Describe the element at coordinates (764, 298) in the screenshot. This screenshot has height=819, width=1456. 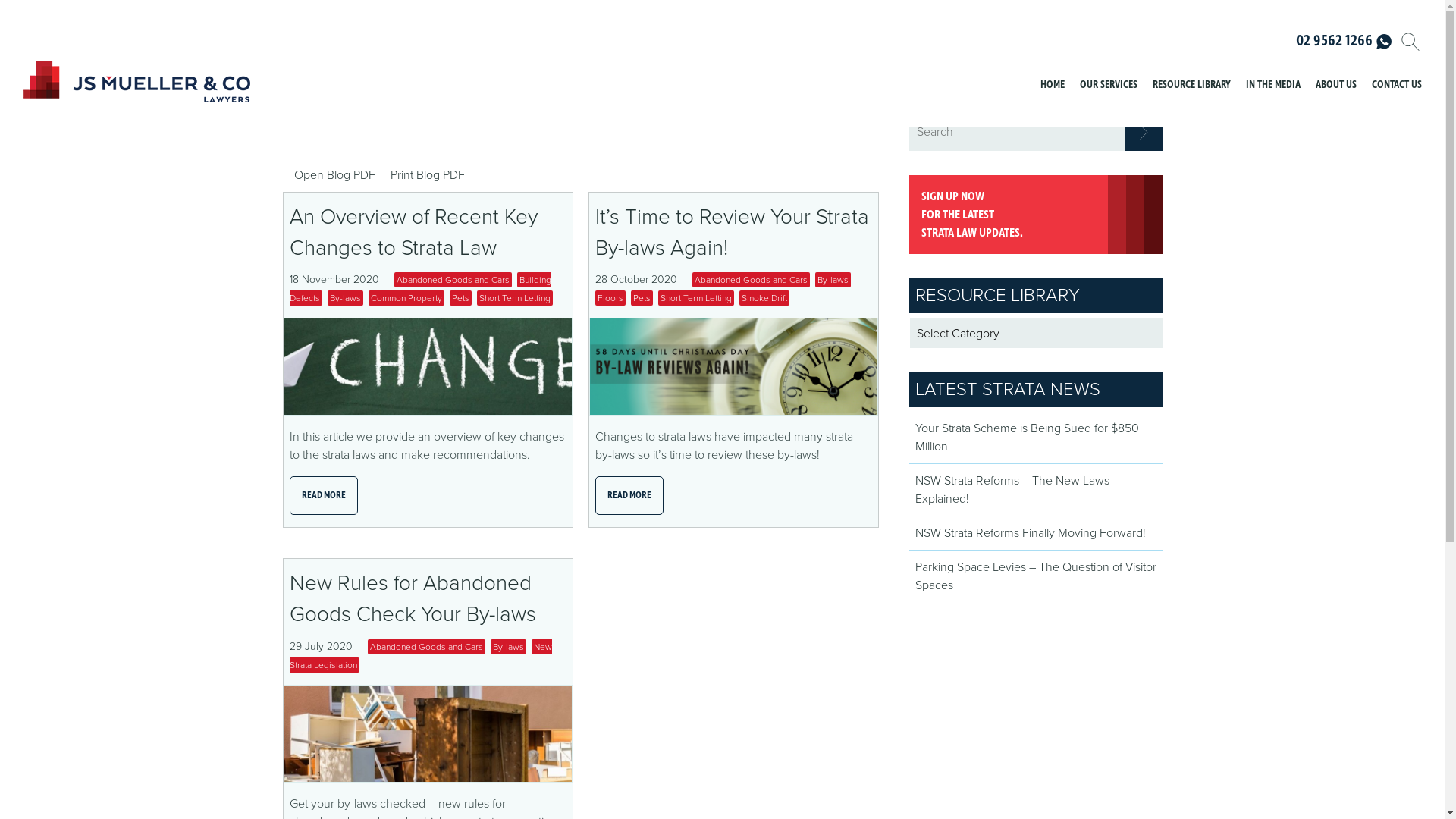
I see `'Smoke Drift'` at that location.